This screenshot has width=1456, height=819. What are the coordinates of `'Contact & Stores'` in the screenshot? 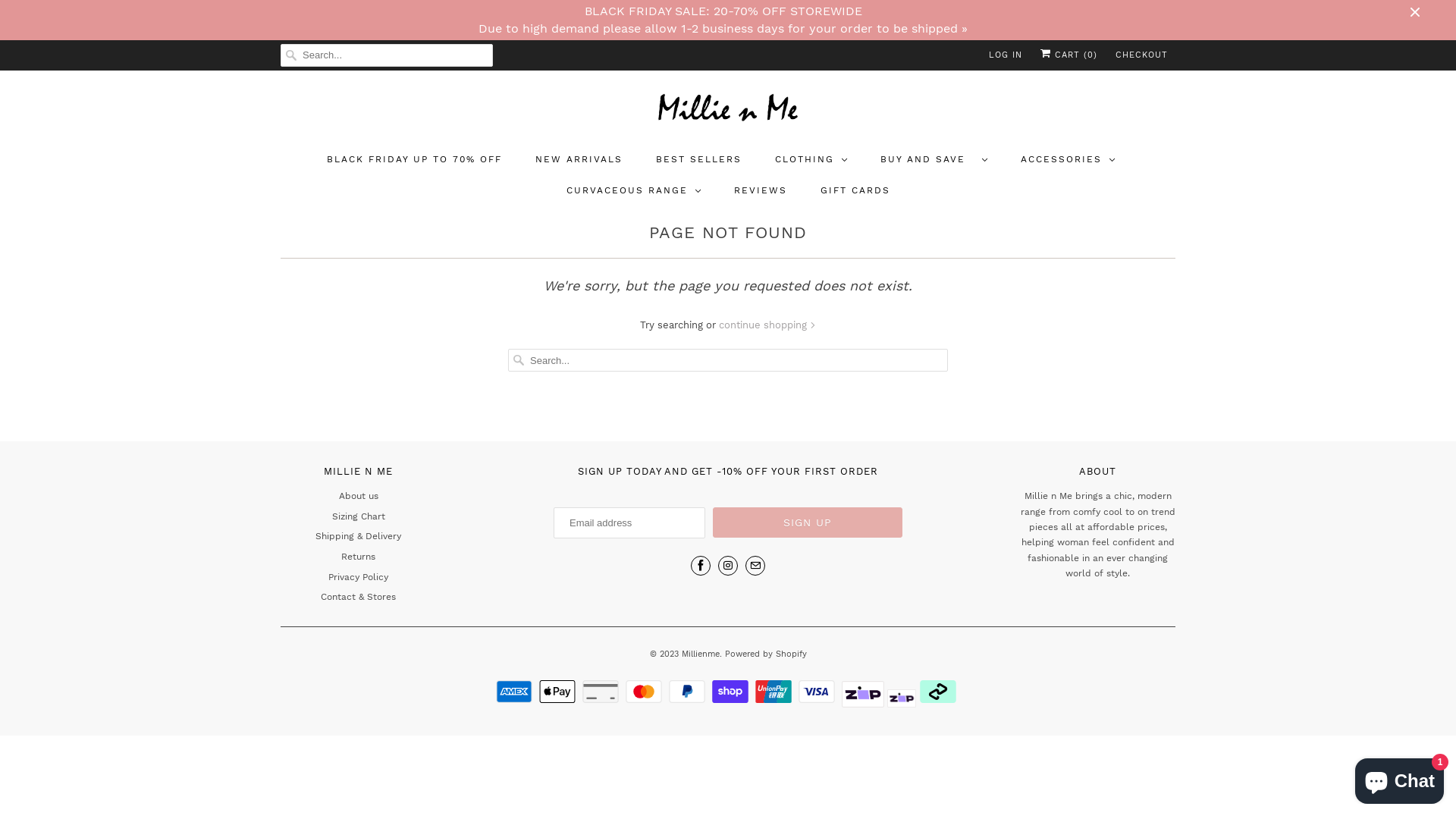 It's located at (357, 595).